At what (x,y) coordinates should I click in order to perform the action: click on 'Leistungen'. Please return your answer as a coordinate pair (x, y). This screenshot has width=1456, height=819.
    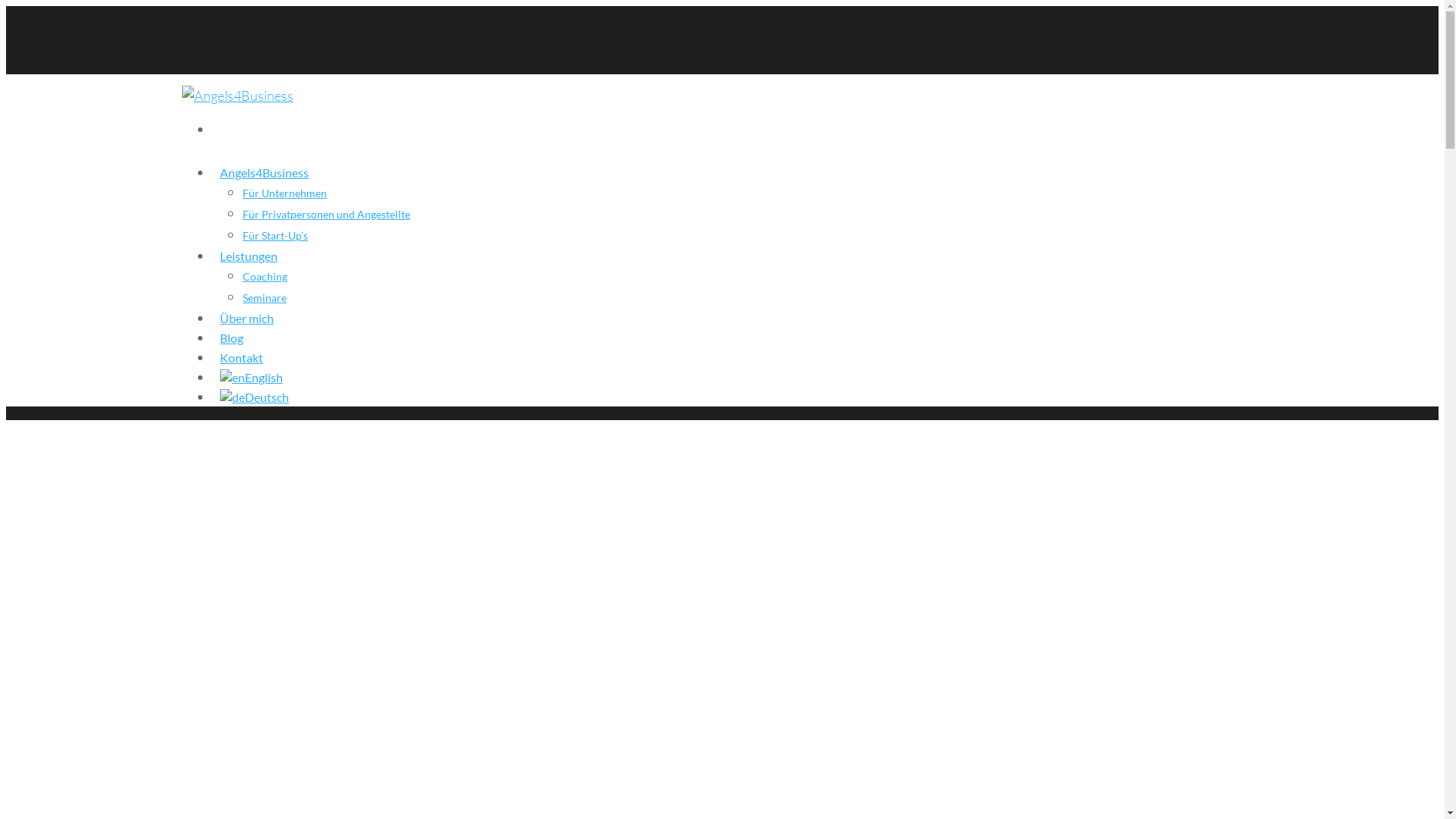
    Looking at the image, I should click on (218, 260).